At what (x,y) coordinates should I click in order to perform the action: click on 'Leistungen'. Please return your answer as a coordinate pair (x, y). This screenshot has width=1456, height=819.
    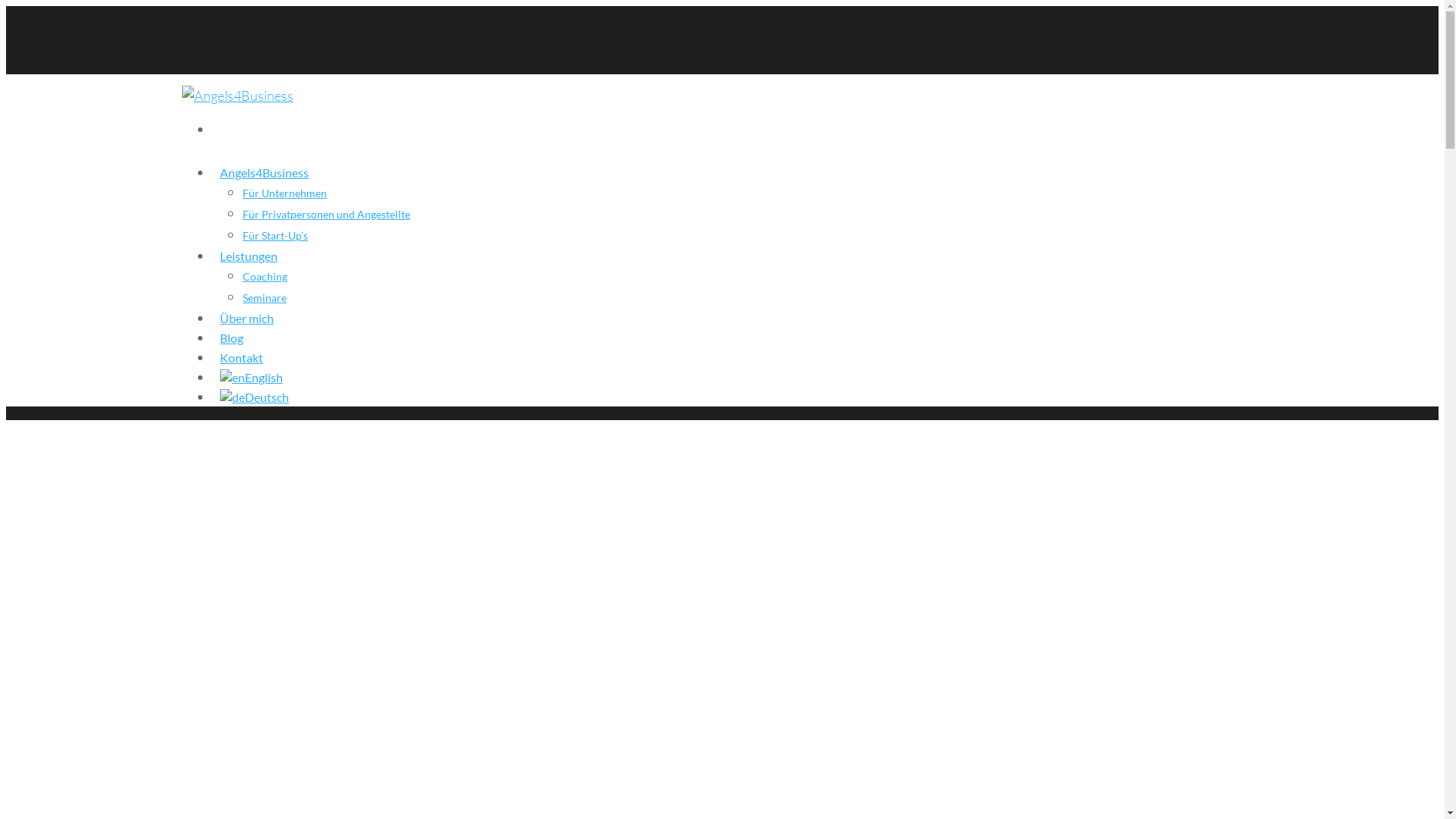
    Looking at the image, I should click on (218, 260).